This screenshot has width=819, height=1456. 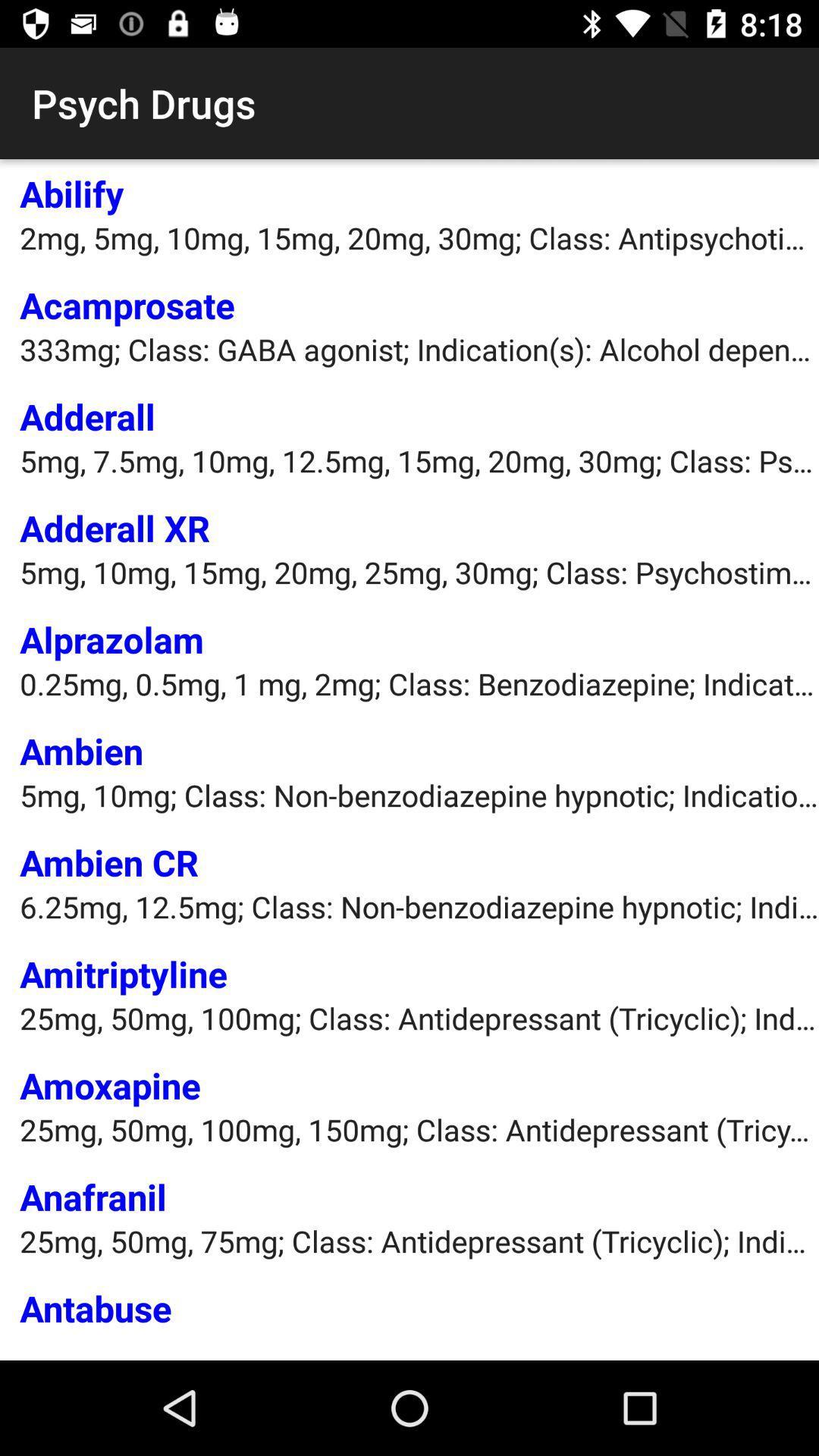 I want to click on item above the 25mg 50mg 100mg, so click(x=123, y=974).